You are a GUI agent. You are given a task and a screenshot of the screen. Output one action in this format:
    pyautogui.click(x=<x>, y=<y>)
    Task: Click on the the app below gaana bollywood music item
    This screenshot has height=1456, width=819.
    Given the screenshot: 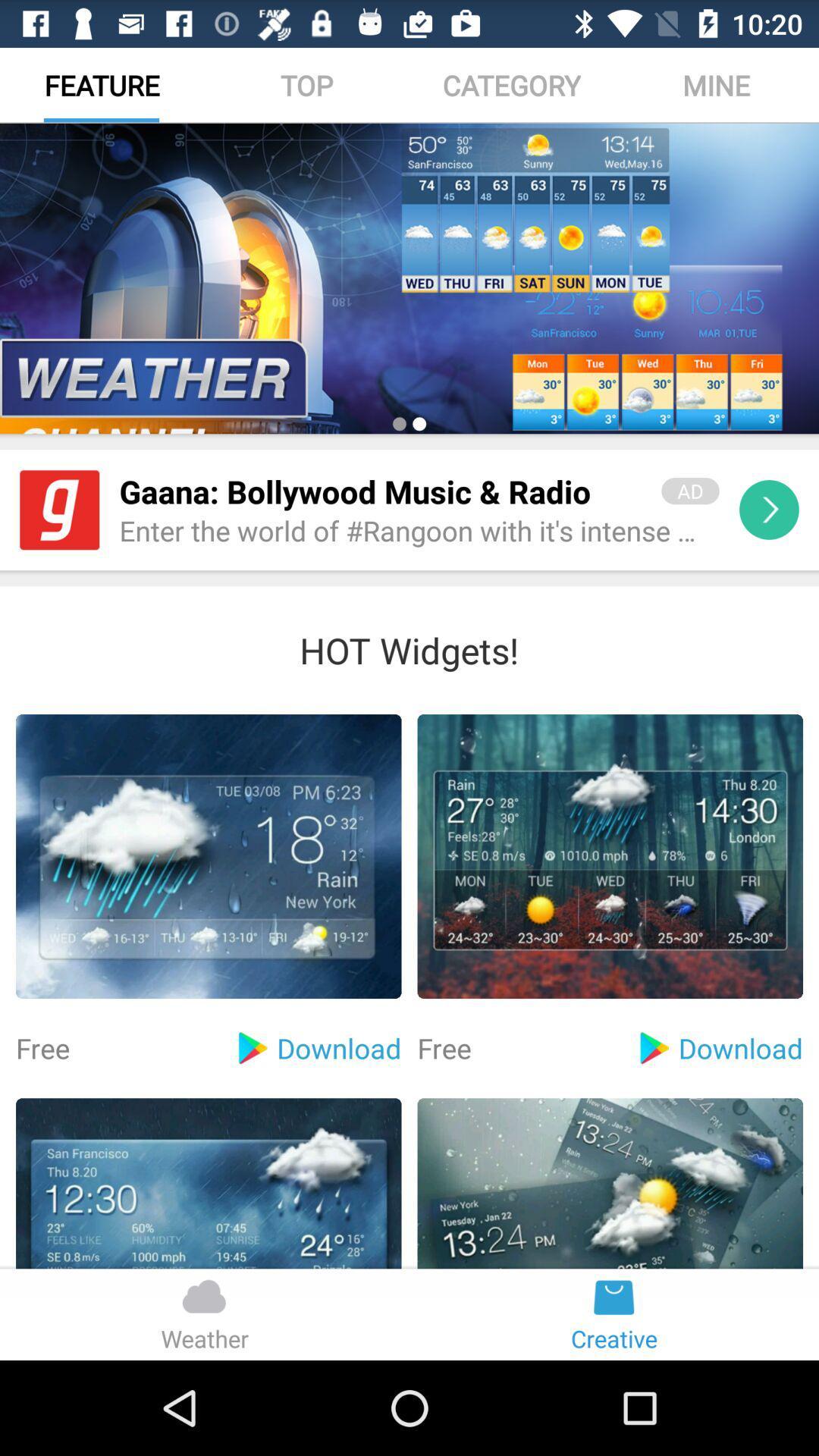 What is the action you would take?
    pyautogui.click(x=419, y=532)
    